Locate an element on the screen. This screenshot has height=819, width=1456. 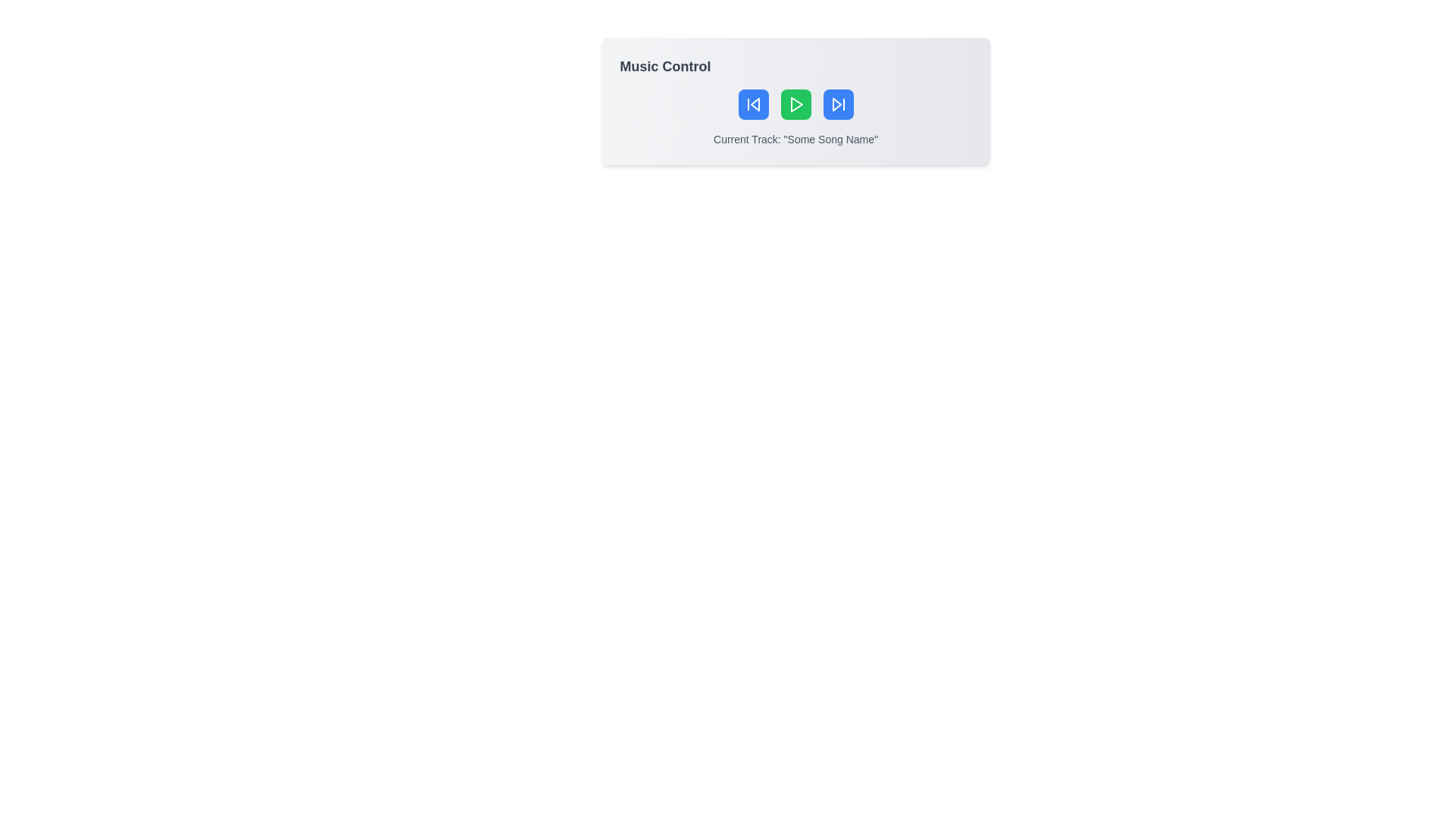
the blue button with rounded corners and a left-pointing arrow icon is located at coordinates (753, 104).